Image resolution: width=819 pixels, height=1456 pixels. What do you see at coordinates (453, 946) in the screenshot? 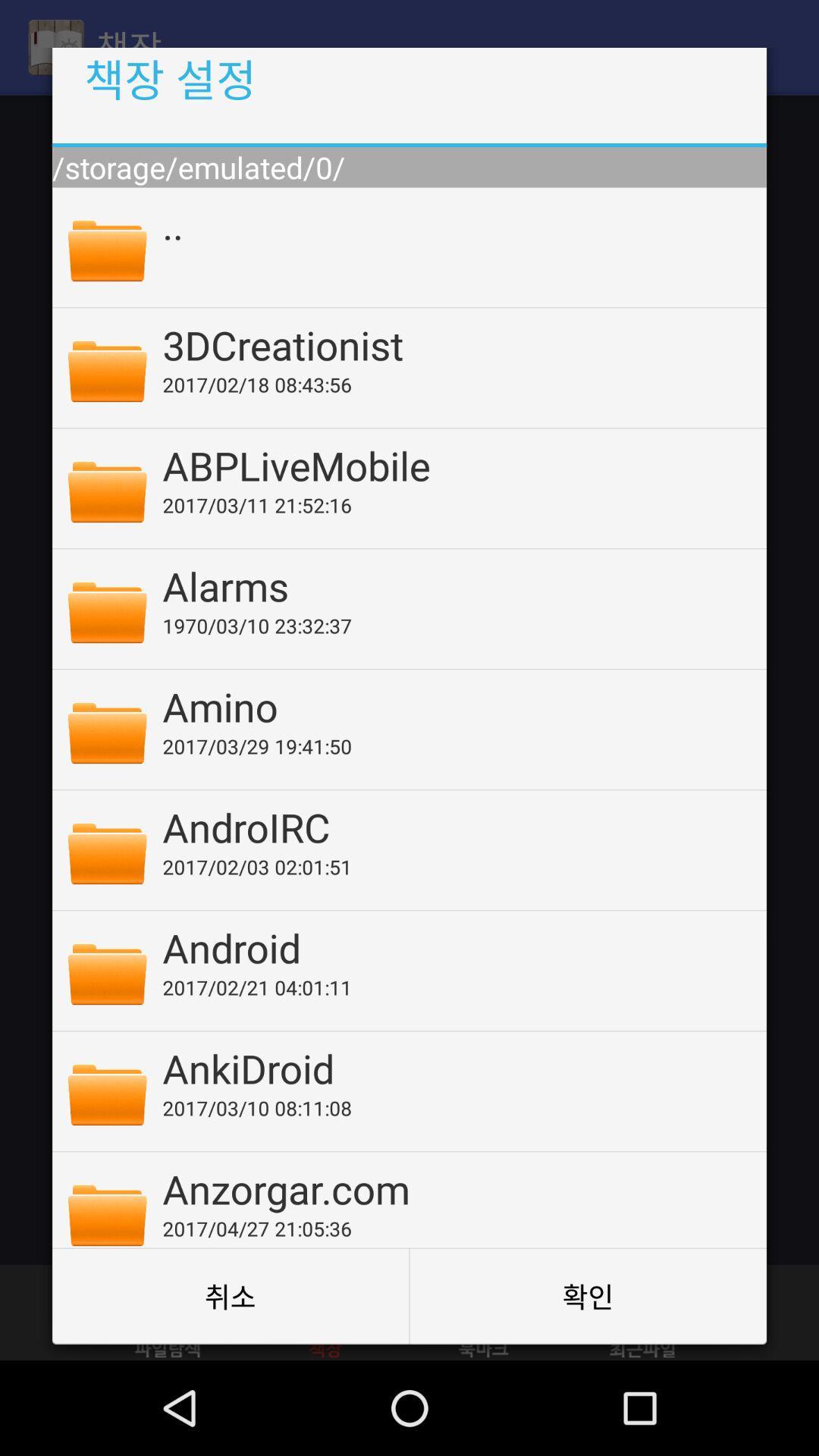
I see `the icon below 2017 02 03 icon` at bounding box center [453, 946].